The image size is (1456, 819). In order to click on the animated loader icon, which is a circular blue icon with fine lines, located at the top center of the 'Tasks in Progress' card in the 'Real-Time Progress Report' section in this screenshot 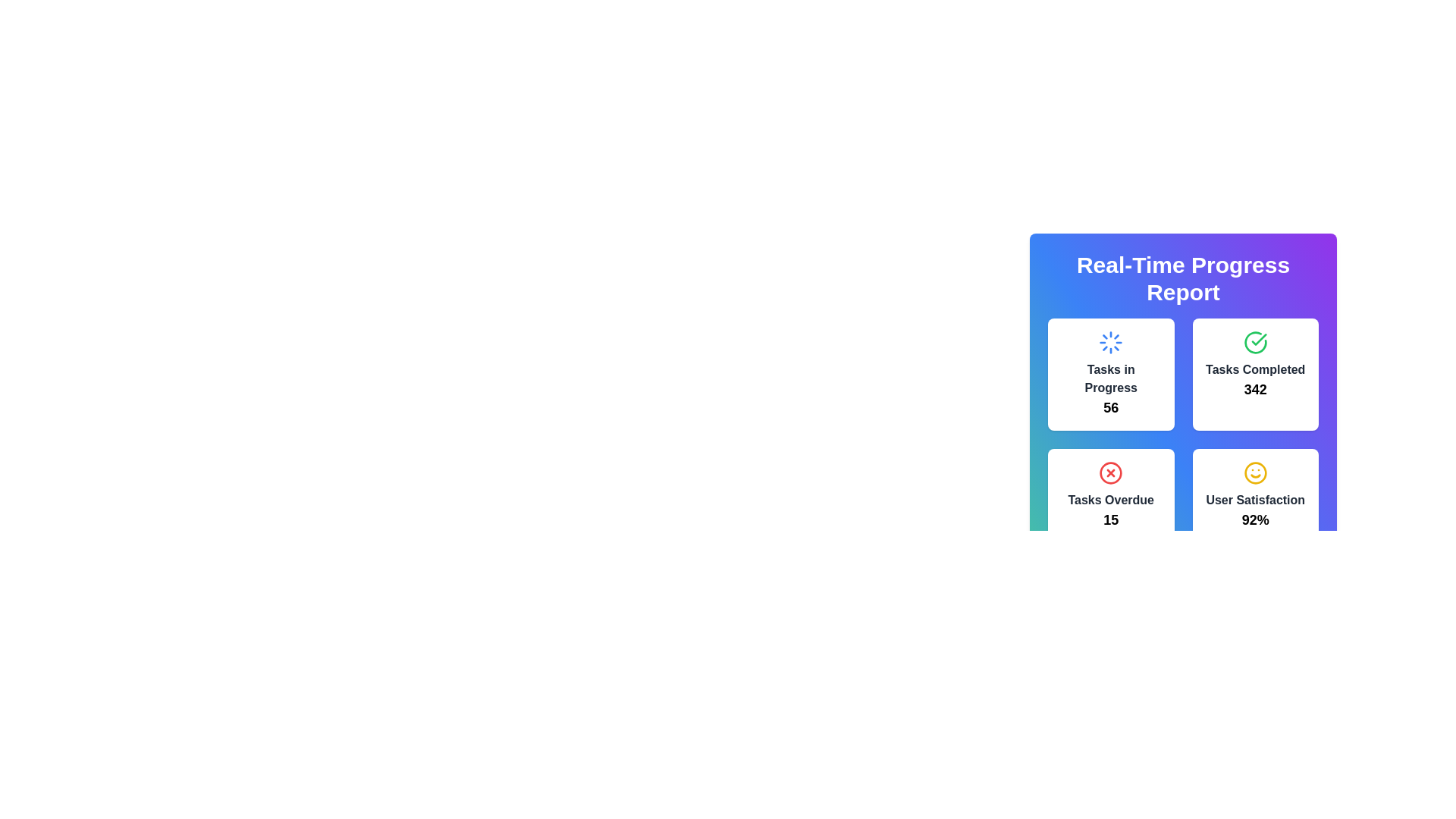, I will do `click(1111, 342)`.